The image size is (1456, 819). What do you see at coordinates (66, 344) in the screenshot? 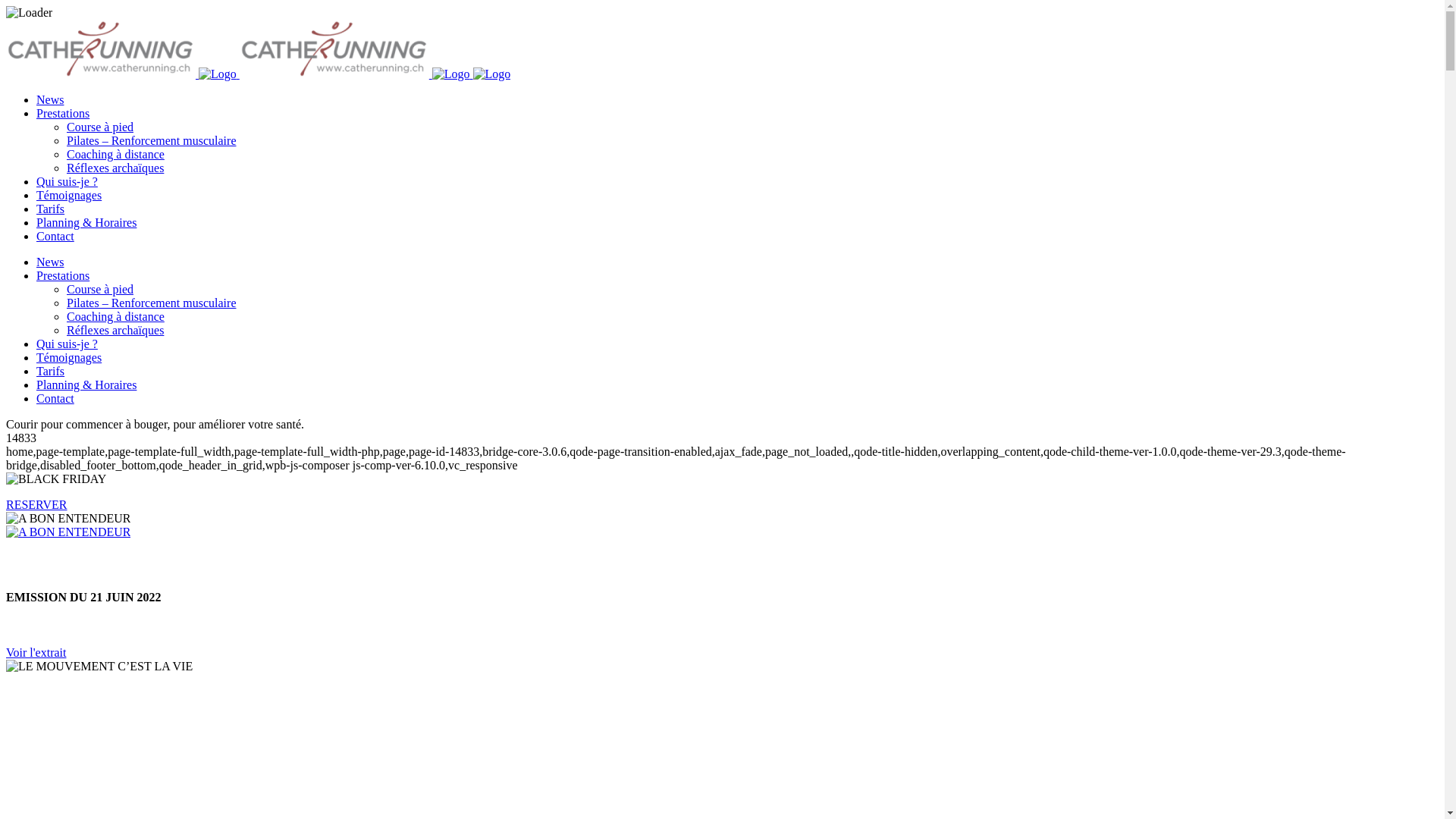
I see `'Qui suis-je ?'` at bounding box center [66, 344].